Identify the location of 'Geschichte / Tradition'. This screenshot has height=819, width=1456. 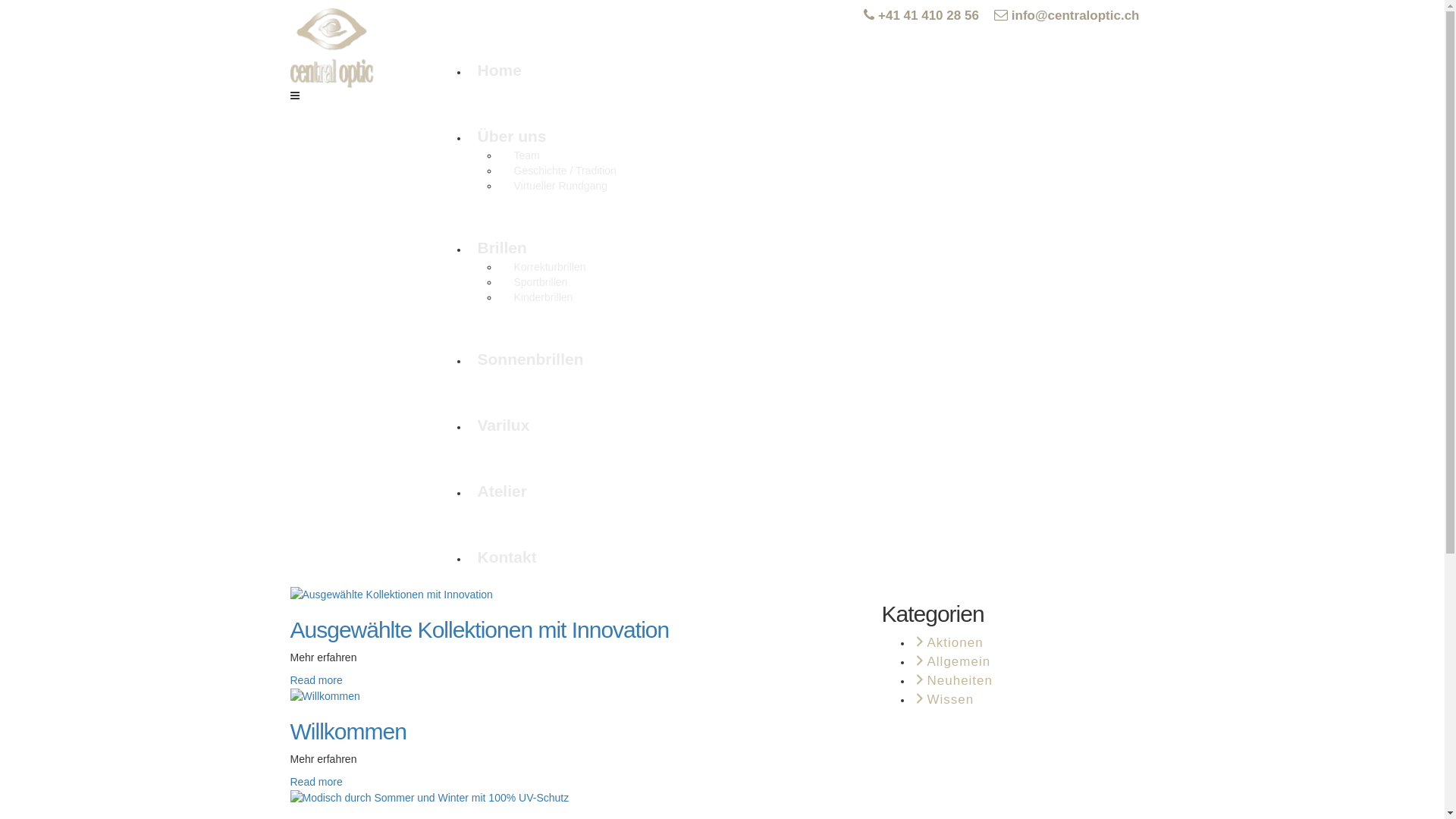
(564, 170).